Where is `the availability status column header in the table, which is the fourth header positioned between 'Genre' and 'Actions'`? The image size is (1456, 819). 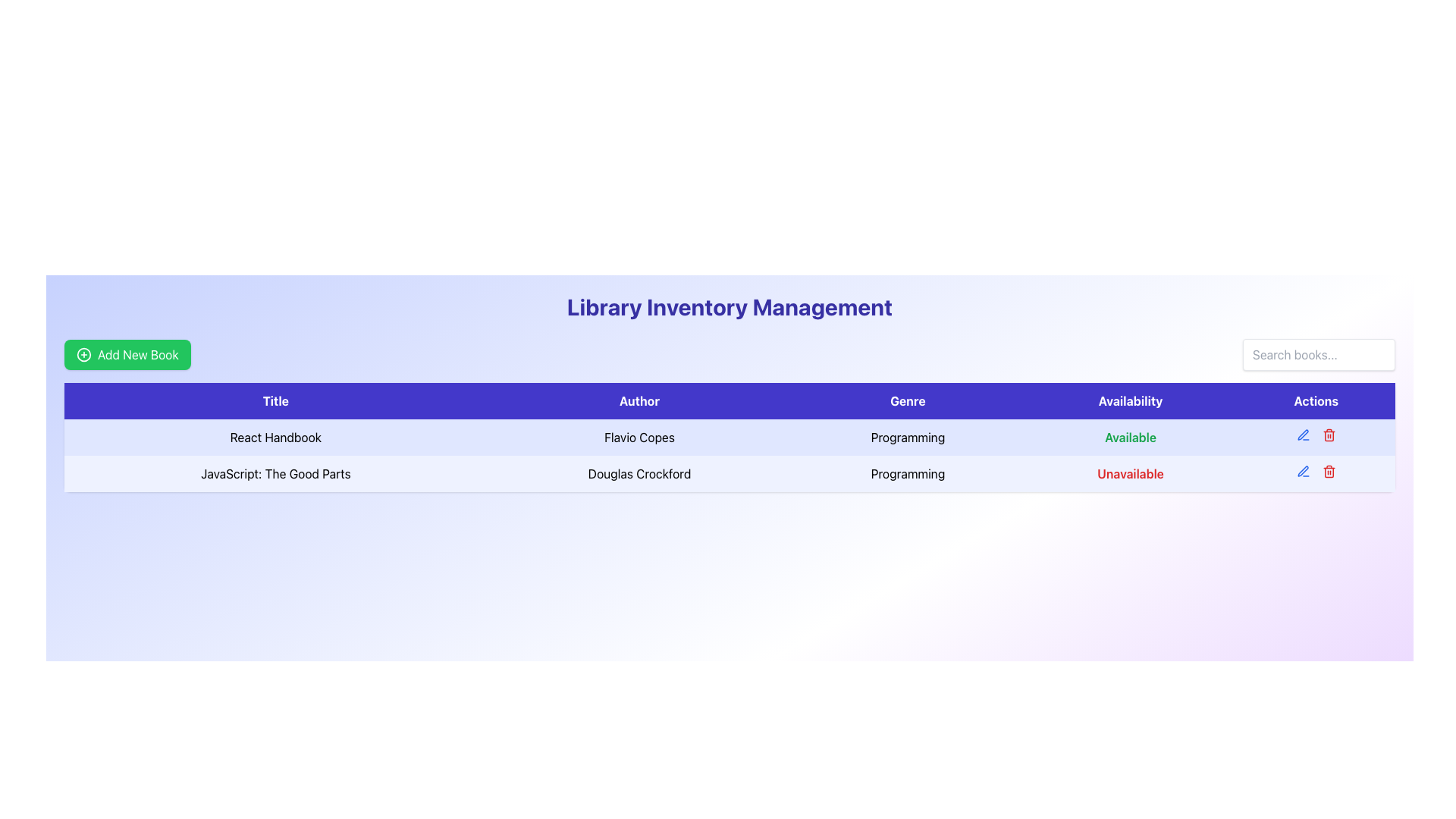 the availability status column header in the table, which is the fourth header positioned between 'Genre' and 'Actions' is located at coordinates (1131, 400).